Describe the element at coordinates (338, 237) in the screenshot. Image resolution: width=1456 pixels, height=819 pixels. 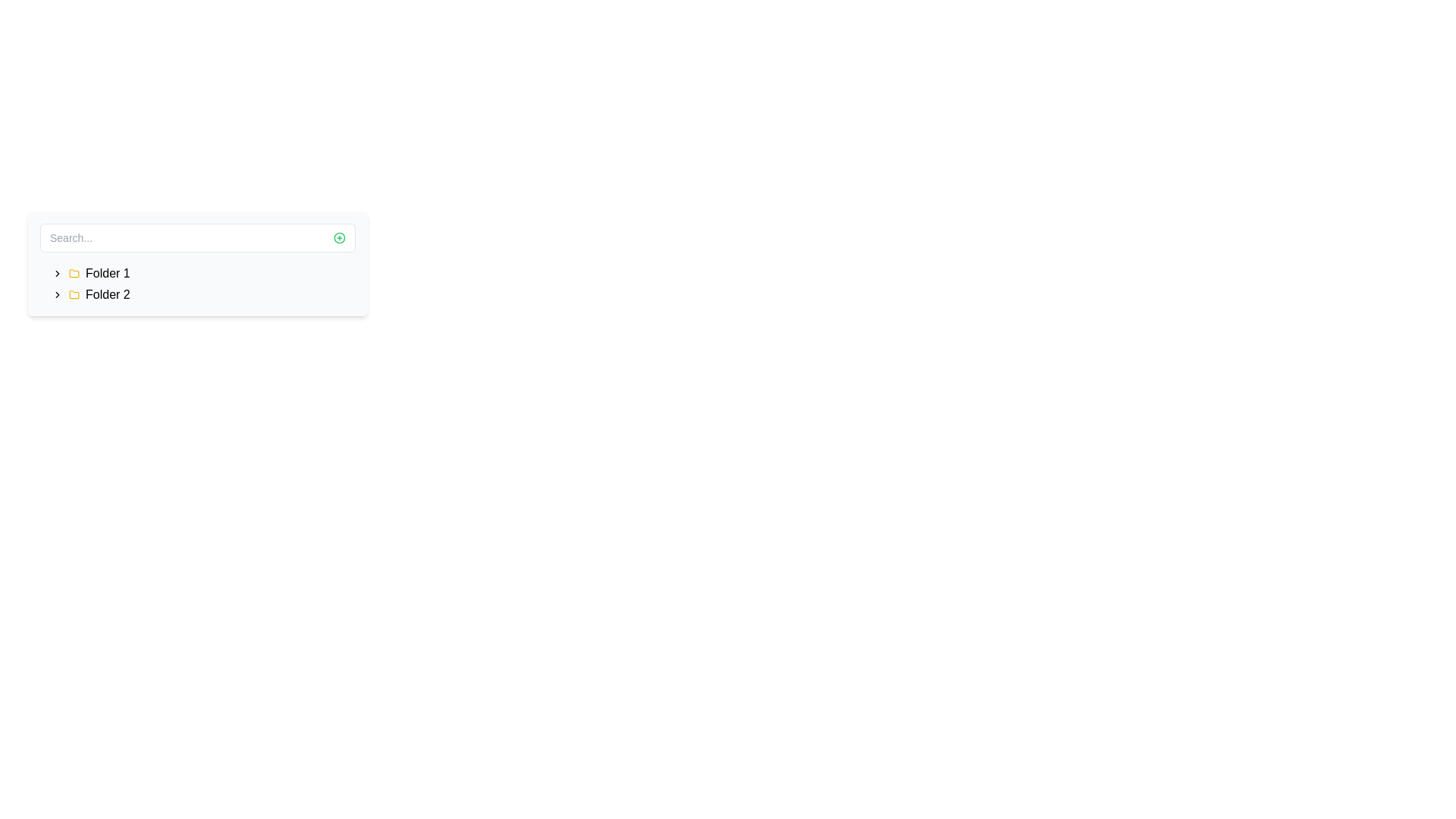
I see `the icon-based button located to the far-right of the search input box` at that location.